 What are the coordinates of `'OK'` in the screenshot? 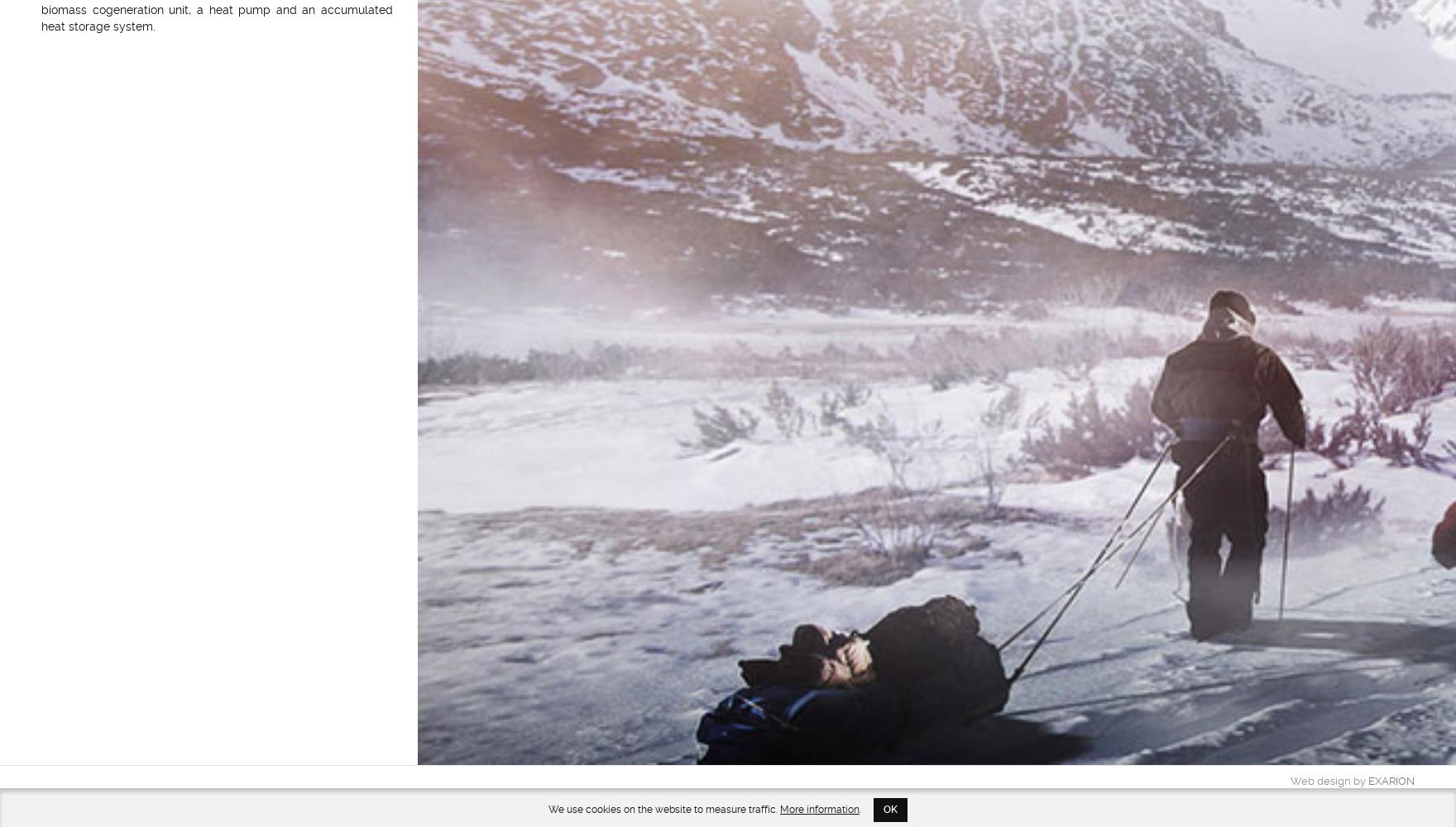 It's located at (890, 808).